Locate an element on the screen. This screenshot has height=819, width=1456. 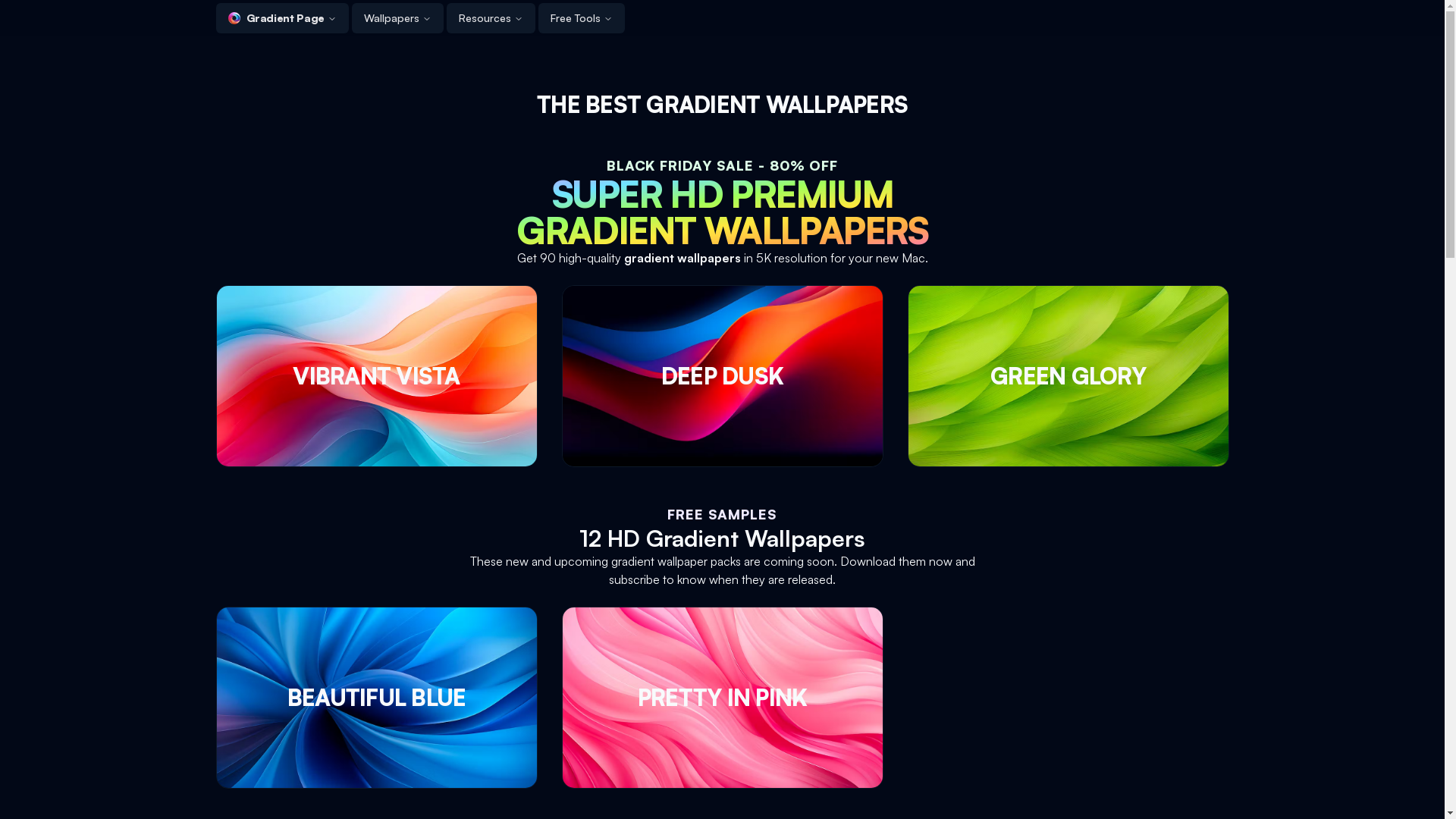
'BEAUTIFUL BLUE' is located at coordinates (375, 698).